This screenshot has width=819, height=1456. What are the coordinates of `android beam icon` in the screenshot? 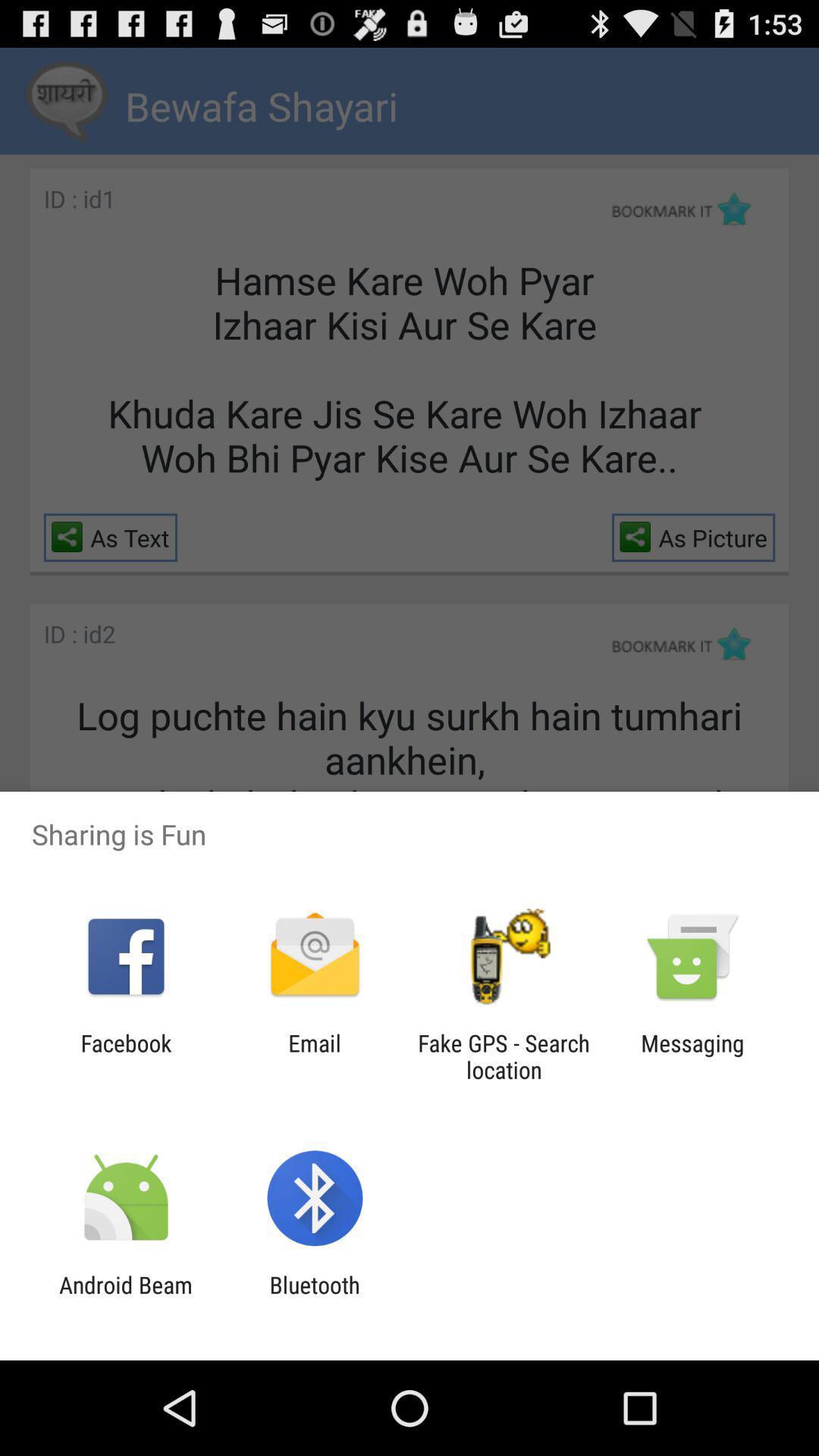 It's located at (125, 1298).